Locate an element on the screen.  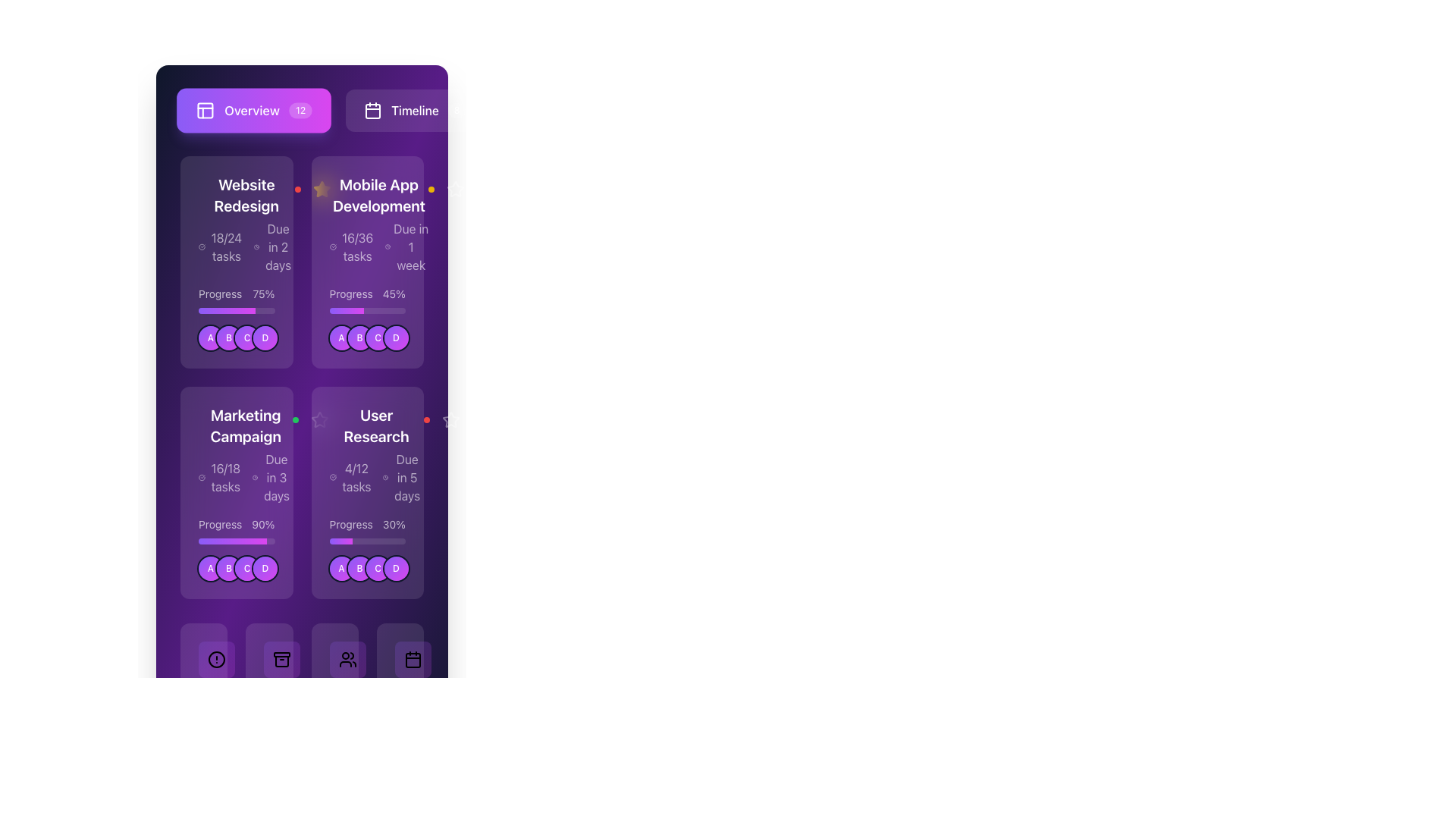
the Text label displaying '30%' which is styled in a thin white font on a purple background, located near the bottom of the 'User Research' card, right next to the word 'Progress' is located at coordinates (394, 523).